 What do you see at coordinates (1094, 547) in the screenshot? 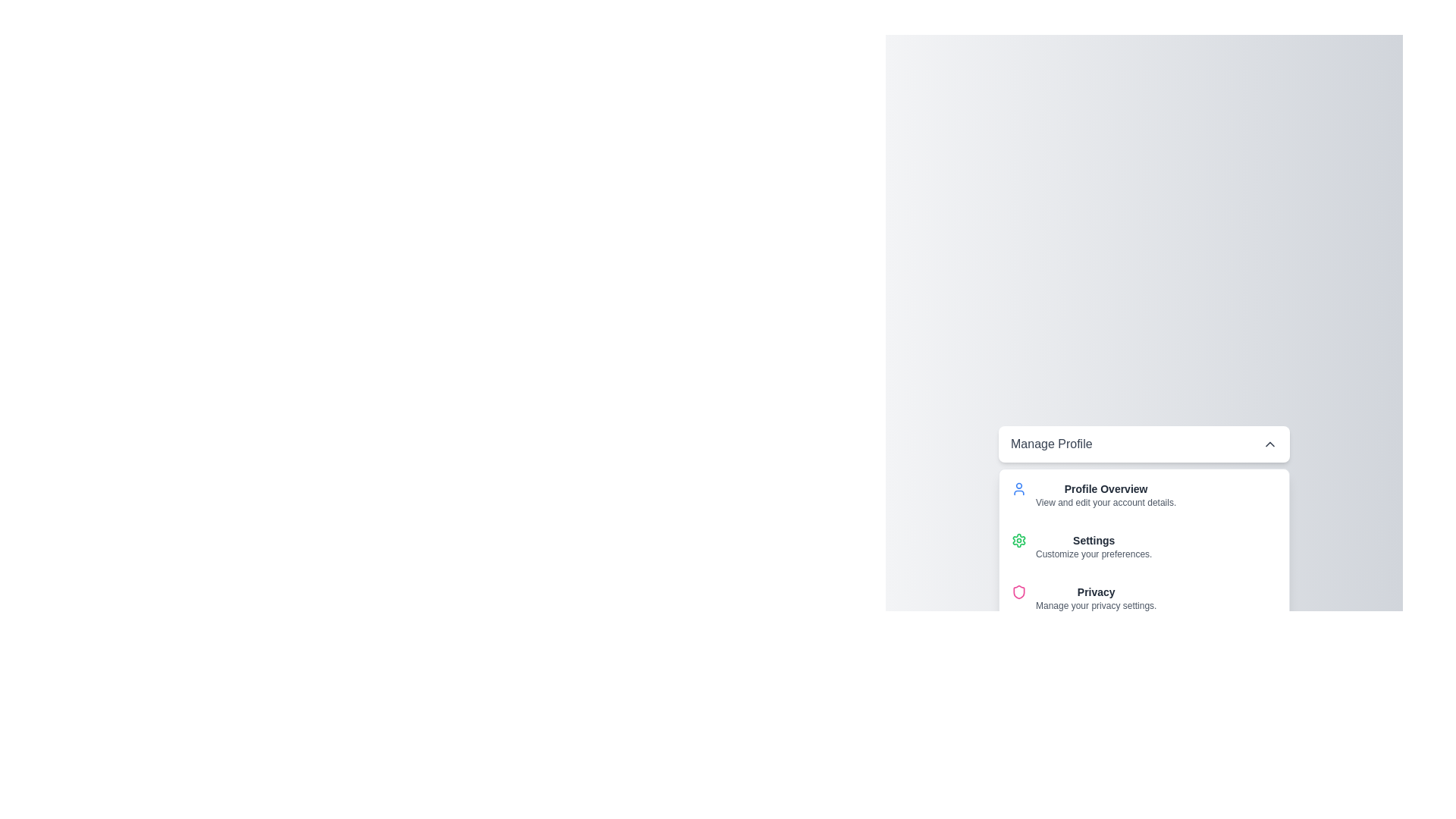
I see `the 'Settings' text element in the vertical list under the 'Manage Profile' section` at bounding box center [1094, 547].